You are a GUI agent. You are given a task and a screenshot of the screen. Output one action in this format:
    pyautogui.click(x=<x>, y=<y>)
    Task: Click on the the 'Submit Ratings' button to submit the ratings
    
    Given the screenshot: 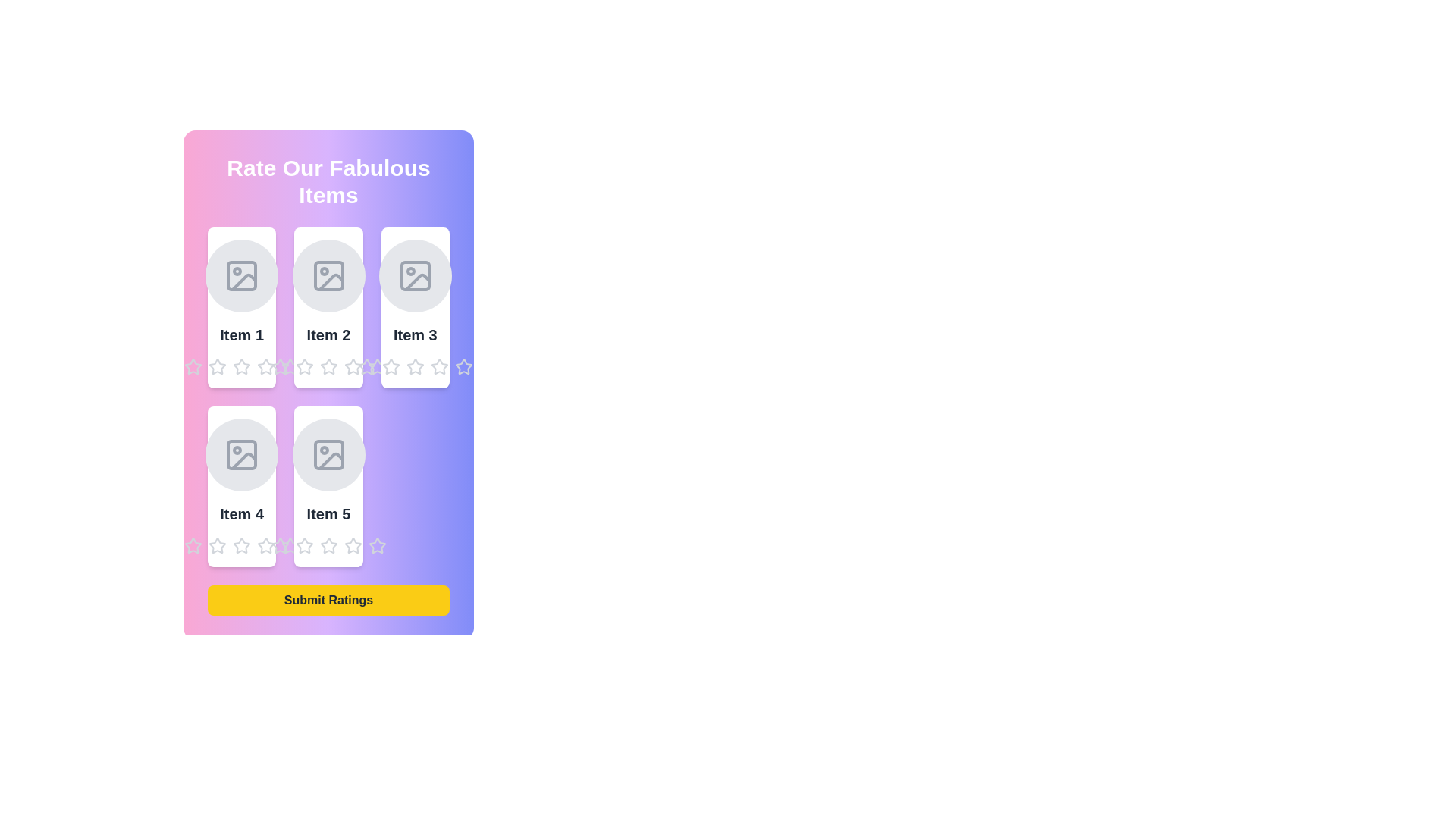 What is the action you would take?
    pyautogui.click(x=328, y=599)
    